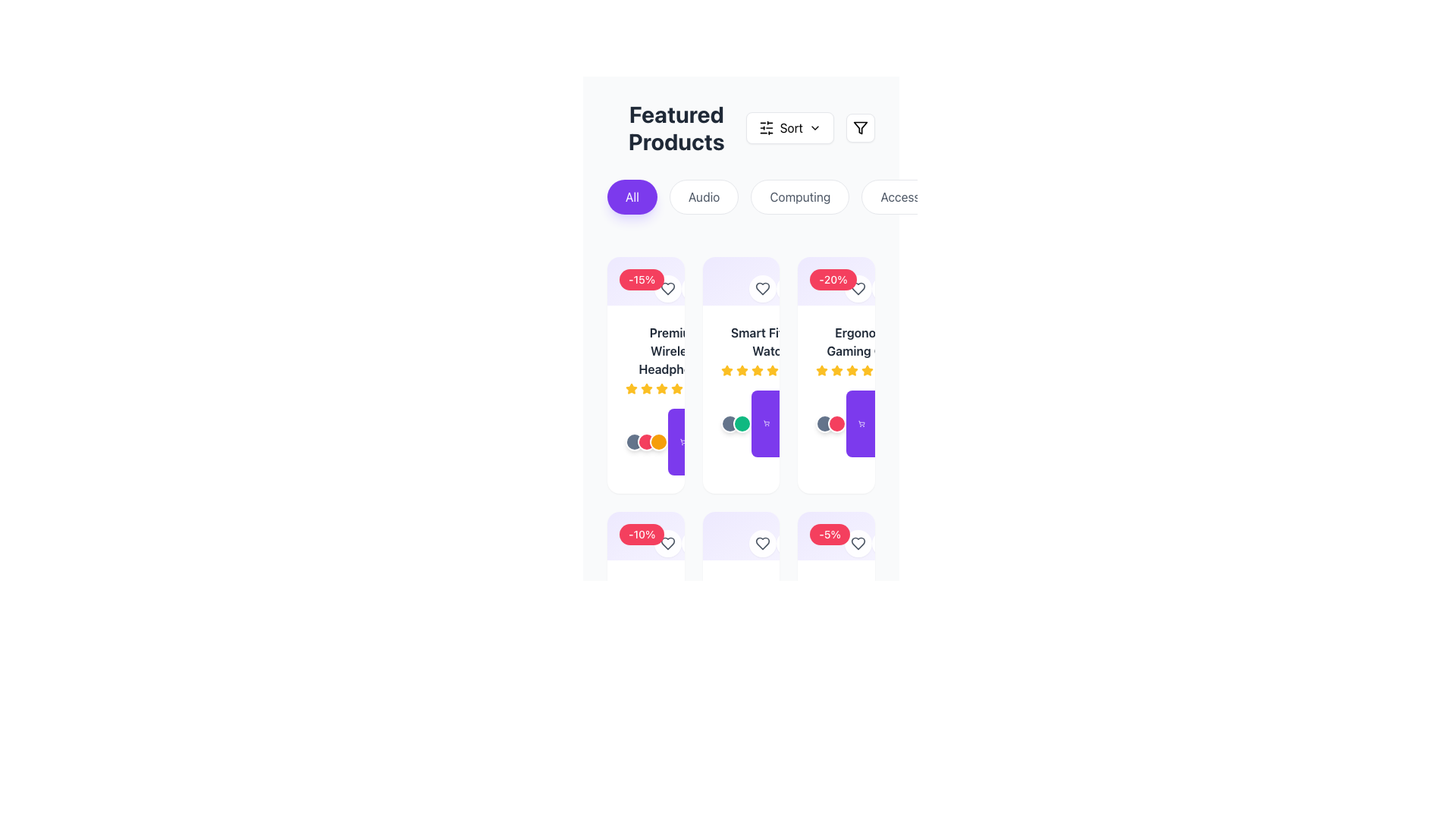  Describe the element at coordinates (770, 371) in the screenshot. I see `the third amber star icon in the rating system displayed under the product name 'Smart Fitness Watch'` at that location.